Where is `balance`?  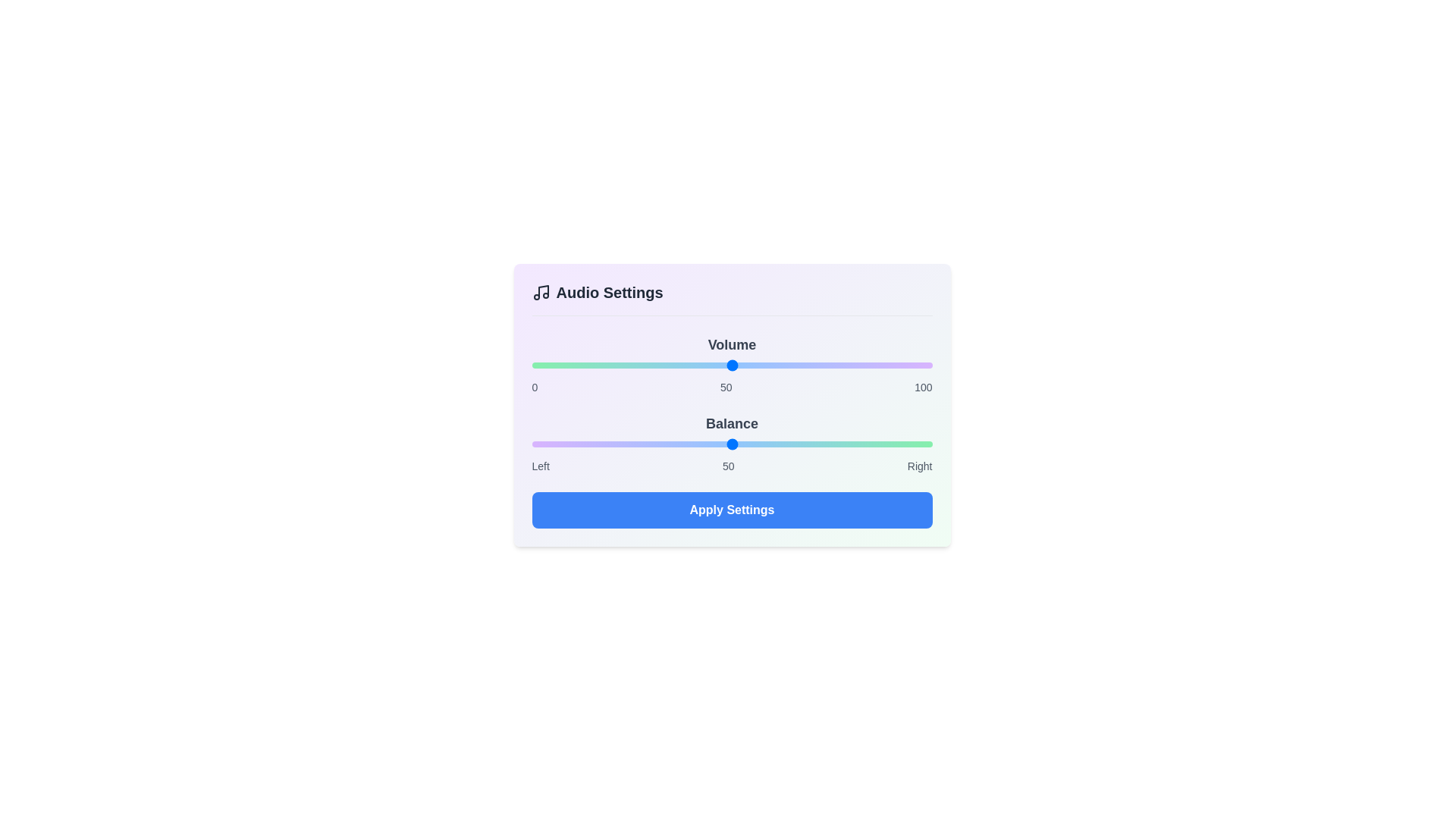 balance is located at coordinates (736, 444).